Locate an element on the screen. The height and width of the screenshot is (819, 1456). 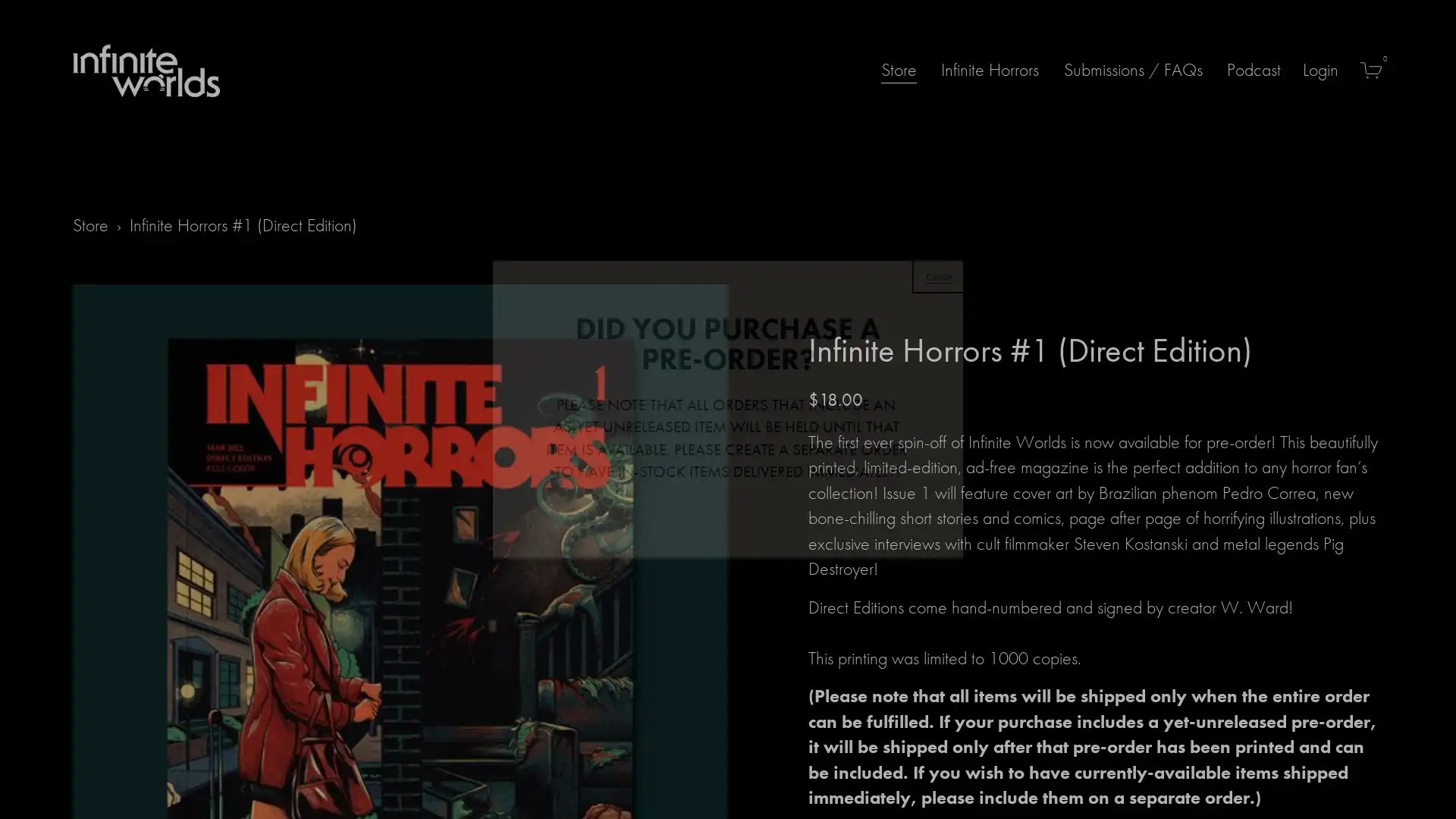
Close is located at coordinates (938, 275).